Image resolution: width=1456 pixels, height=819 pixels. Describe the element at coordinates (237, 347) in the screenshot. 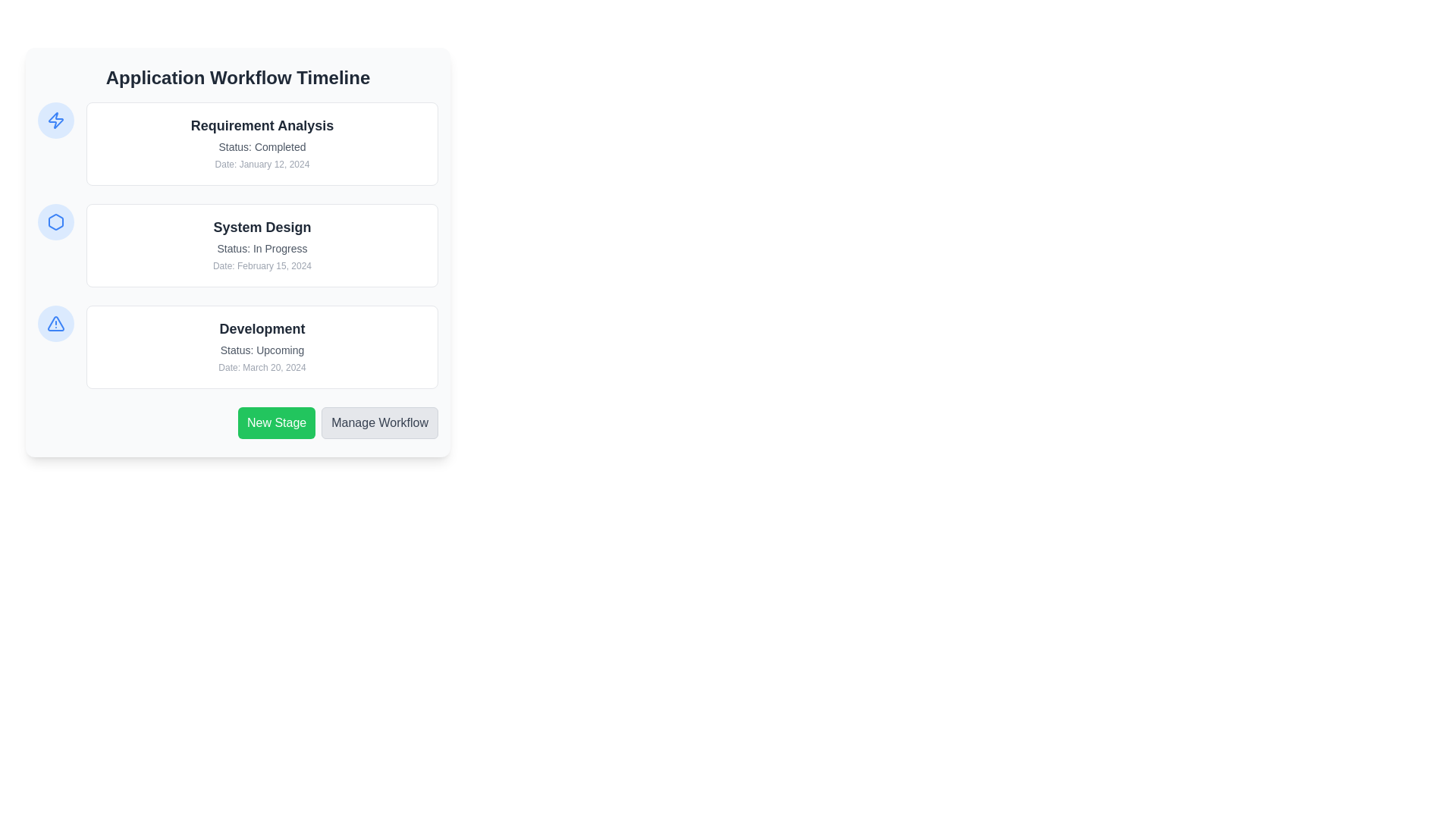

I see `information displayed in the third informational panel that indicates the status 'Upcoming' and the date 'March 20, 2024'` at that location.